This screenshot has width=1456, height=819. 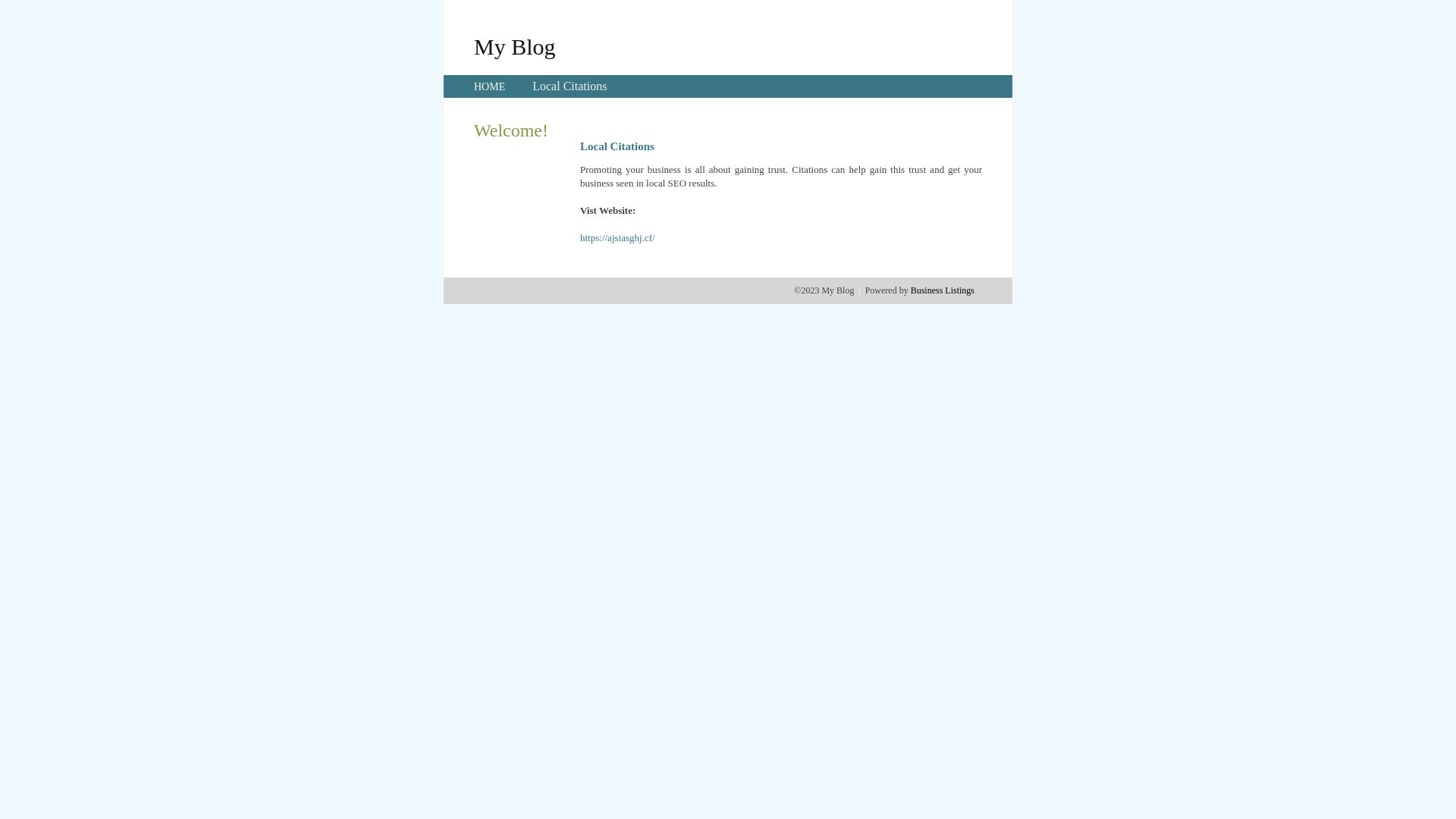 What do you see at coordinates (472, 86) in the screenshot?
I see `'HOME'` at bounding box center [472, 86].